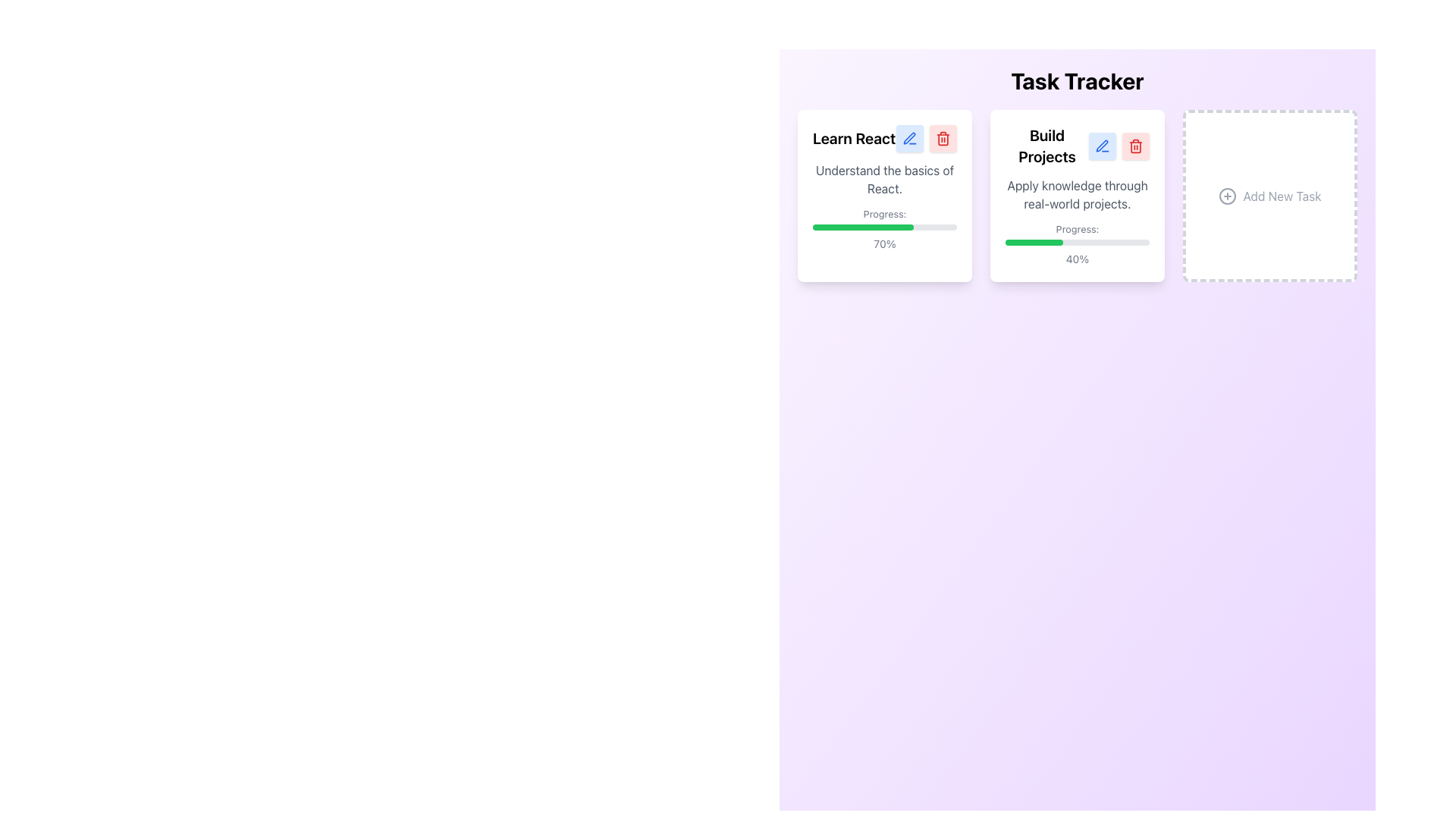 The height and width of the screenshot is (819, 1456). What do you see at coordinates (942, 138) in the screenshot?
I see `the red square-shaped button with a trash can icon located at the top-right corner of the 'Learn React' card` at bounding box center [942, 138].